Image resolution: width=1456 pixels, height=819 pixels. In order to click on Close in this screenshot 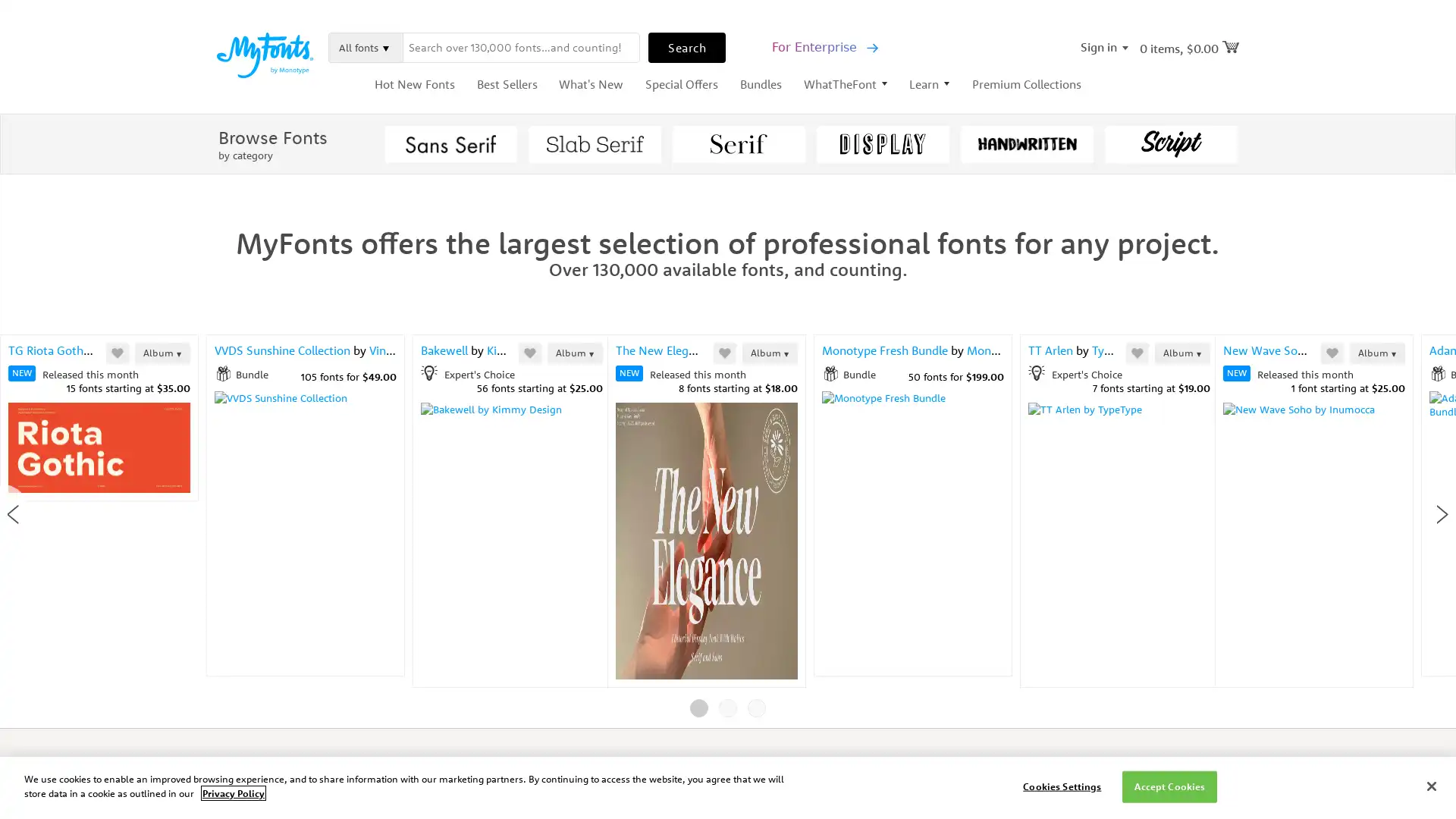, I will do `click(1012, 109)`.